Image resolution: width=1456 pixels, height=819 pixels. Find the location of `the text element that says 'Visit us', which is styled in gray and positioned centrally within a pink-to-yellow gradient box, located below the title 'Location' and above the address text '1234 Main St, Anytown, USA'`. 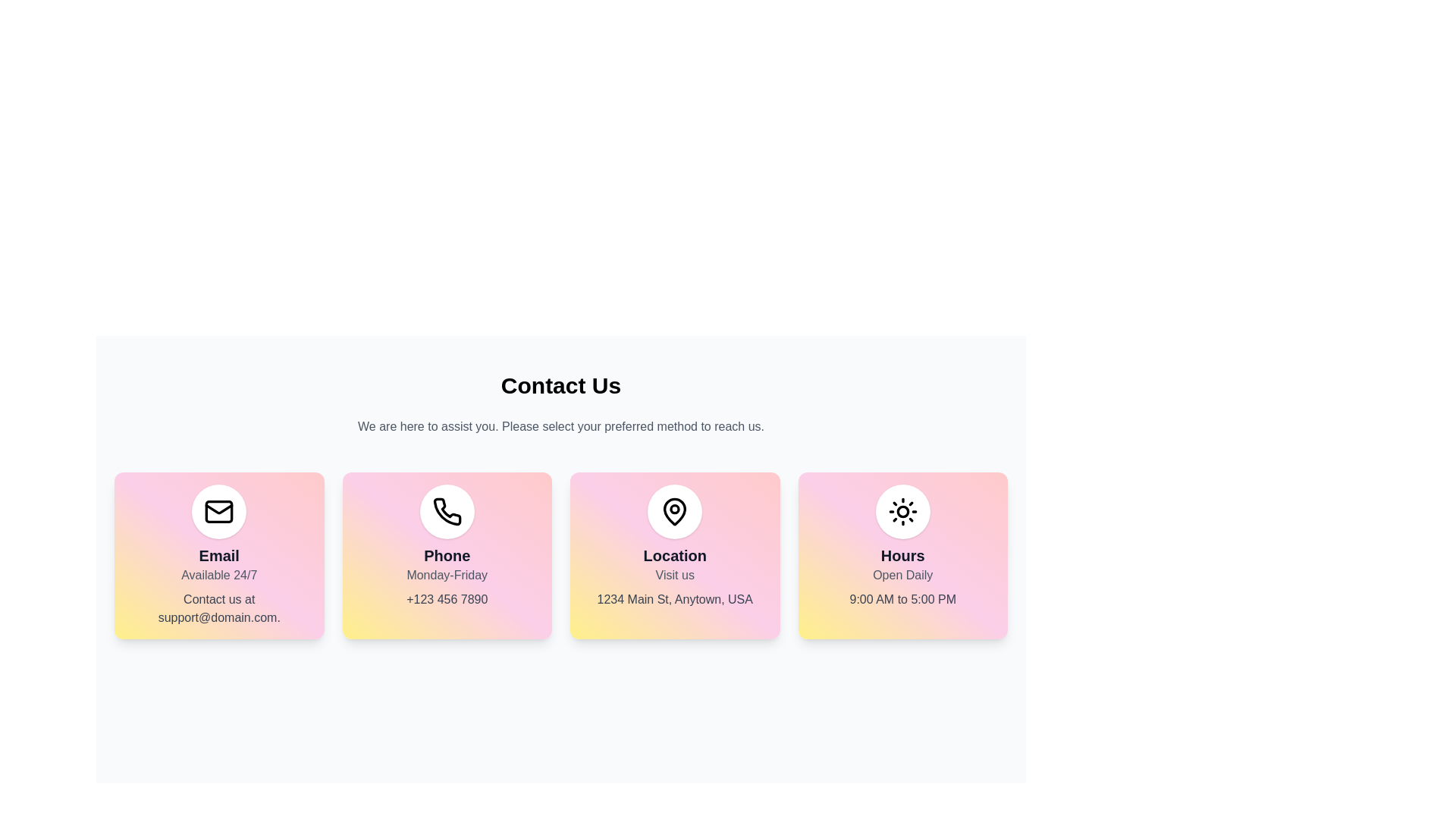

the text element that says 'Visit us', which is styled in gray and positioned centrally within a pink-to-yellow gradient box, located below the title 'Location' and above the address text '1234 Main St, Anytown, USA' is located at coordinates (674, 576).